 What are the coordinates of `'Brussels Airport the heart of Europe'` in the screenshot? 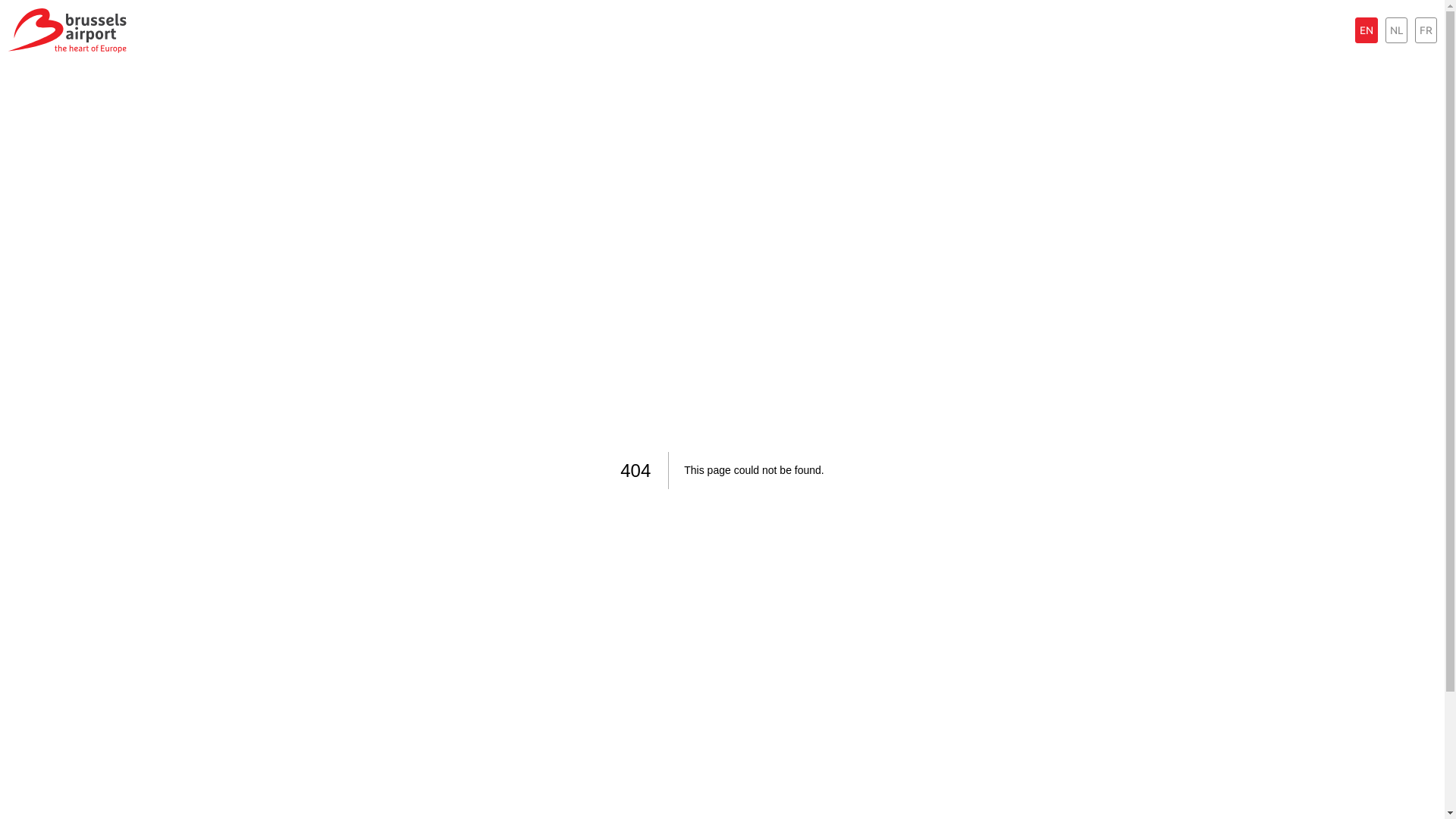 It's located at (67, 30).